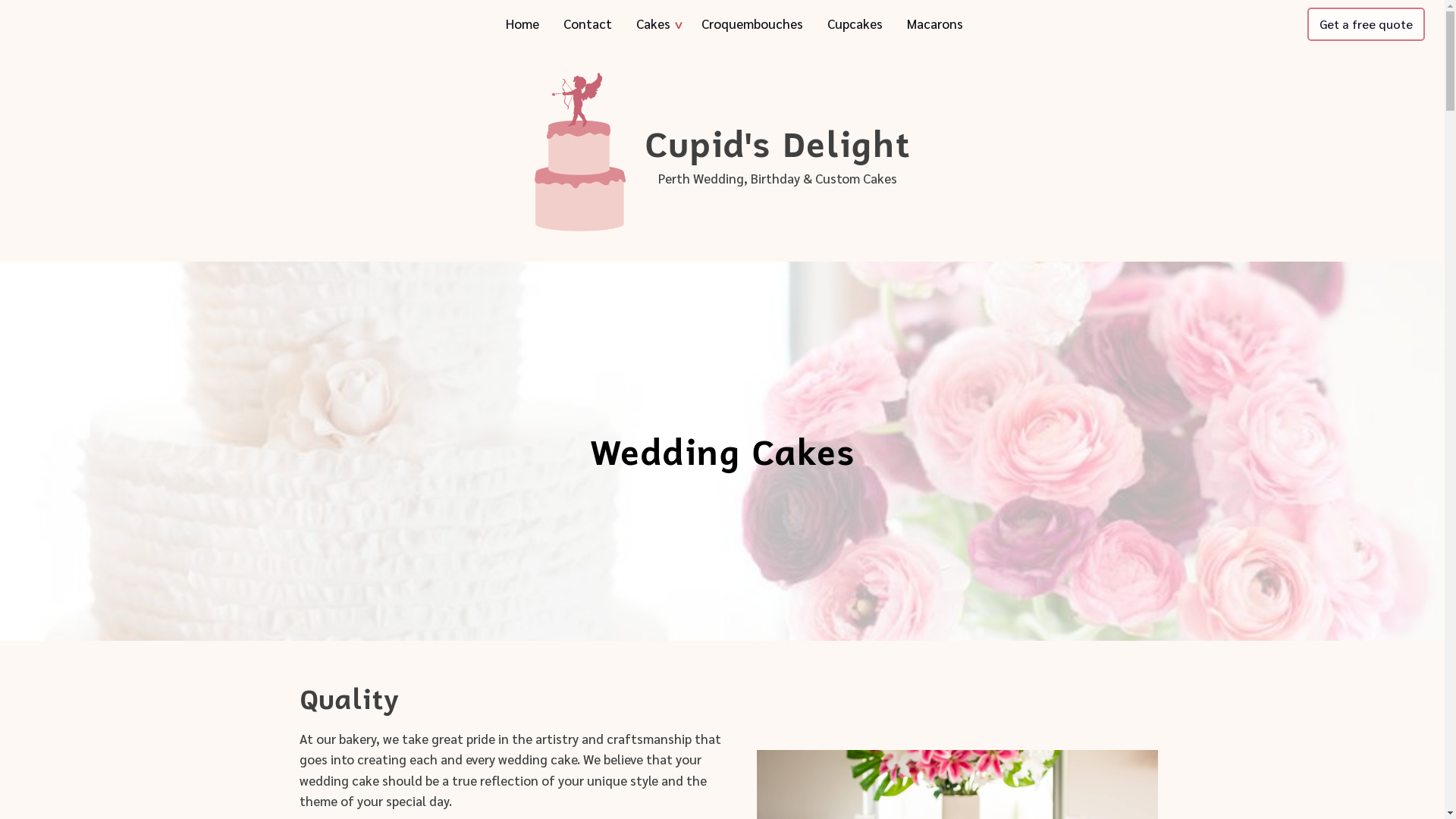 This screenshot has width=1456, height=819. I want to click on 'Contact', so click(586, 24).